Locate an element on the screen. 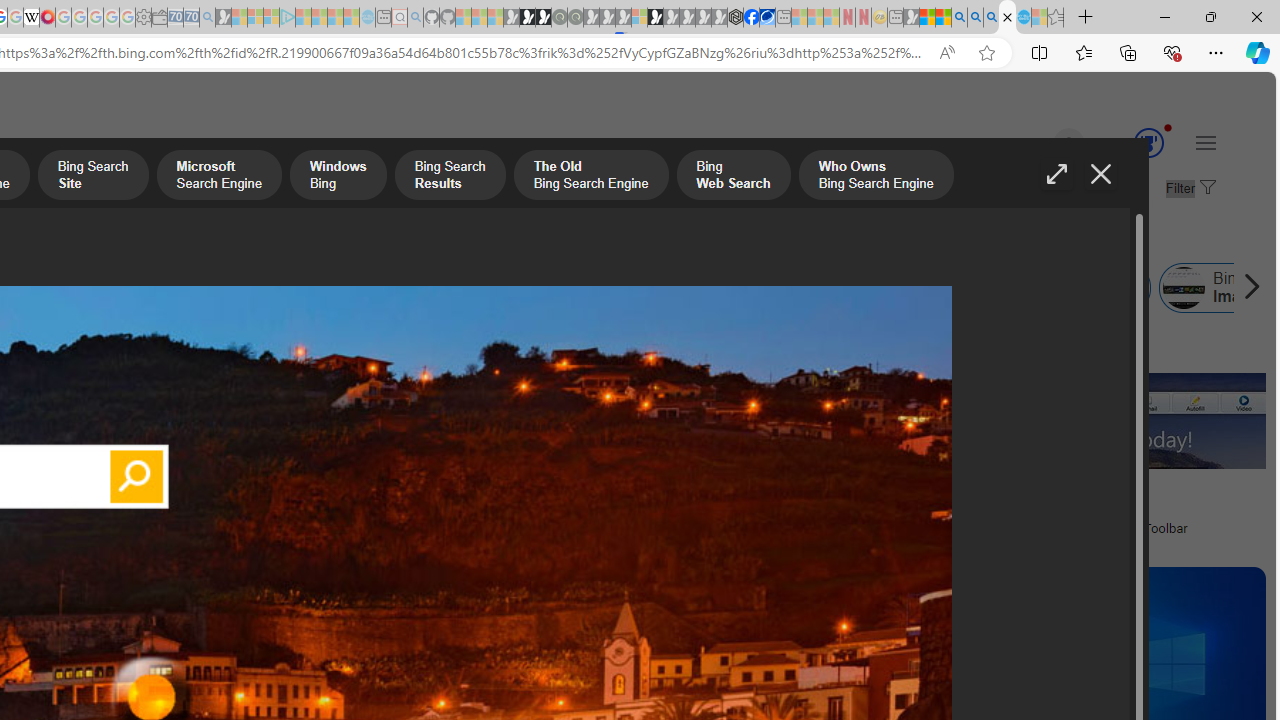 This screenshot has height=720, width=1280. 'Play Zoo Boom in your browser | Games from Microsoft Start' is located at coordinates (527, 17).